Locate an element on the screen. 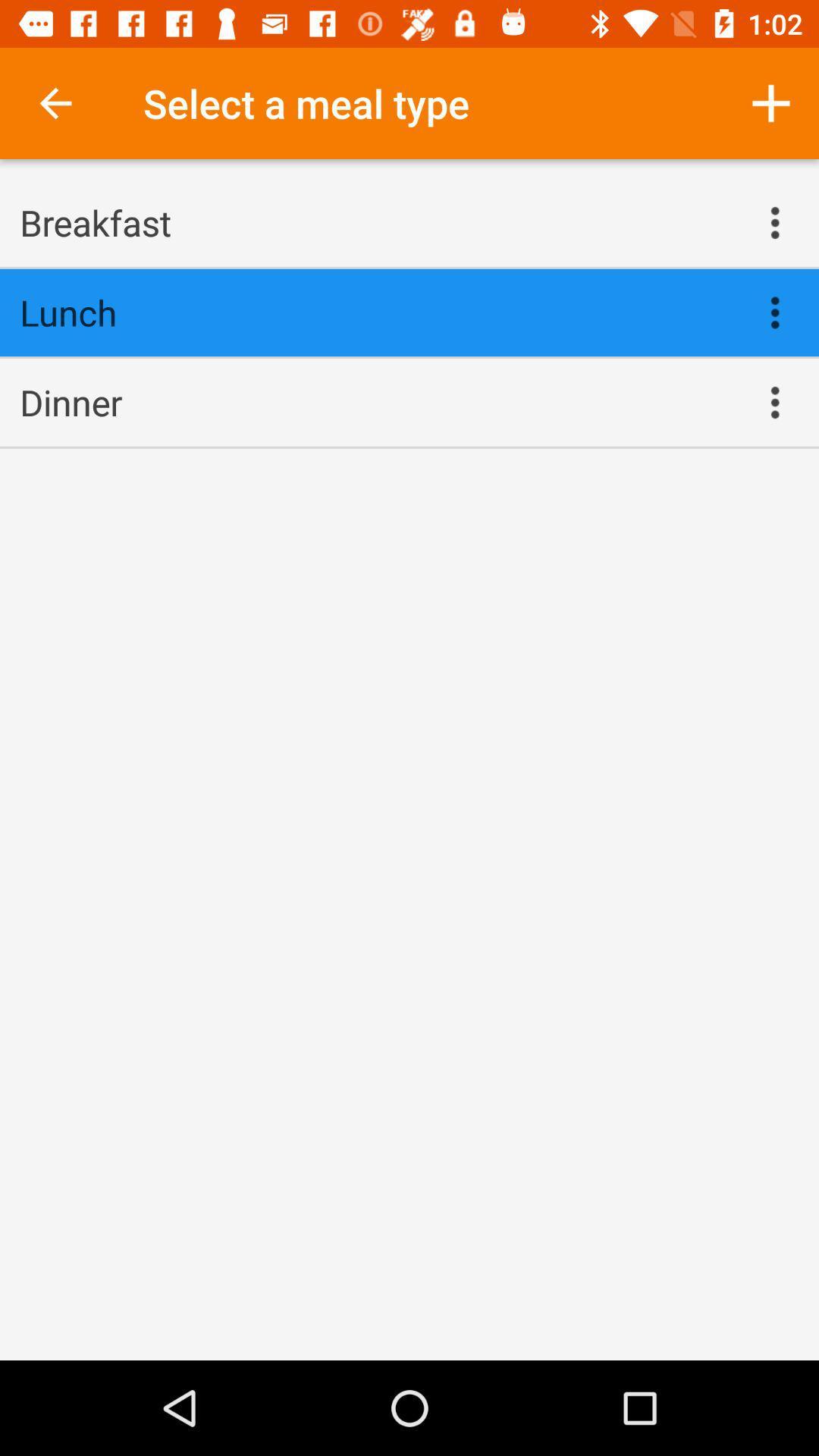  the icon to the left of the select a meal is located at coordinates (55, 102).